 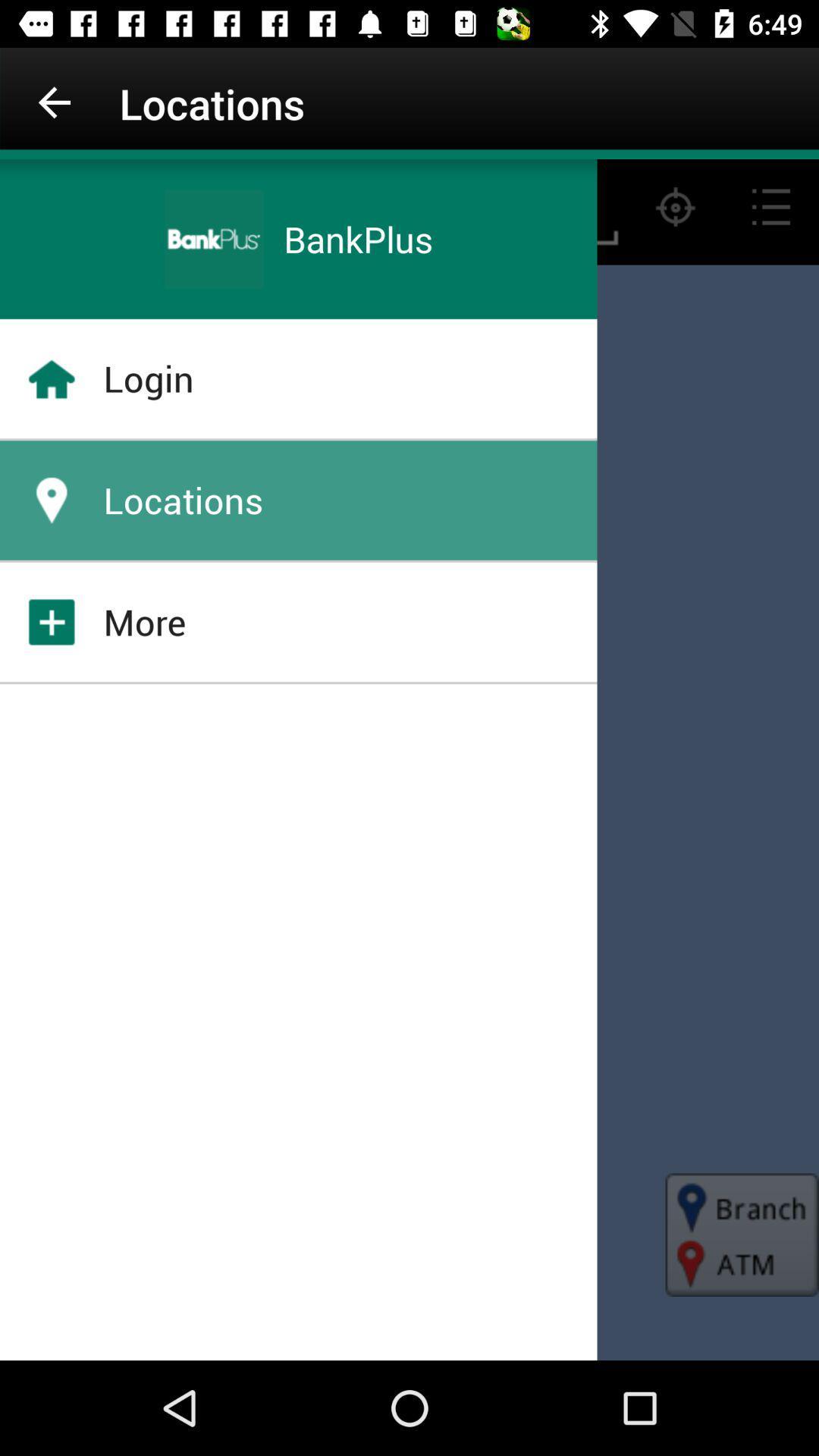 What do you see at coordinates (771, 206) in the screenshot?
I see `the list icon` at bounding box center [771, 206].